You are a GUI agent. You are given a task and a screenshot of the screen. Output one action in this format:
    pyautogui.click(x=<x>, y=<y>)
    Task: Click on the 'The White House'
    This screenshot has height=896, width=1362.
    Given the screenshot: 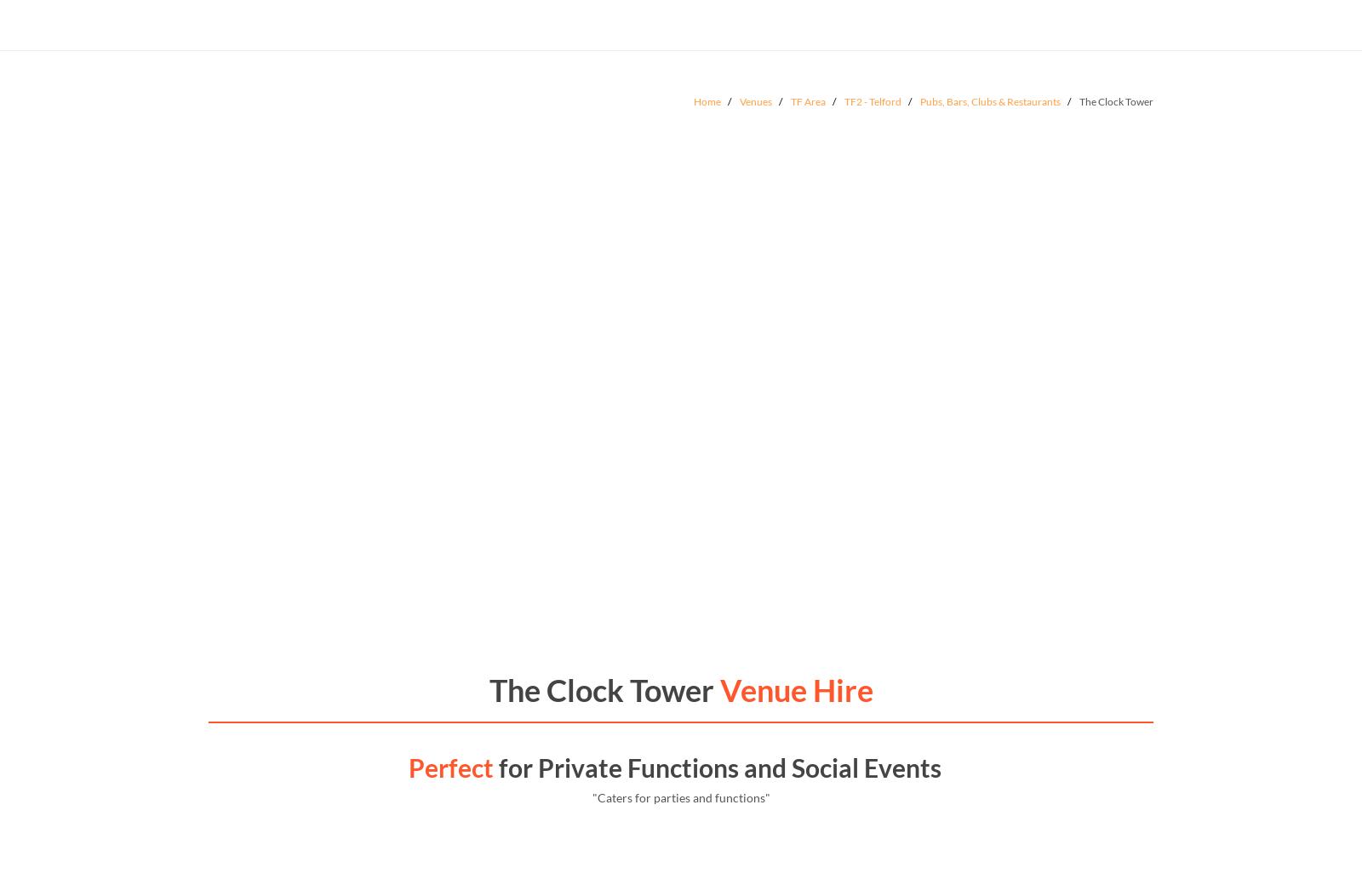 What is the action you would take?
    pyautogui.click(x=300, y=465)
    